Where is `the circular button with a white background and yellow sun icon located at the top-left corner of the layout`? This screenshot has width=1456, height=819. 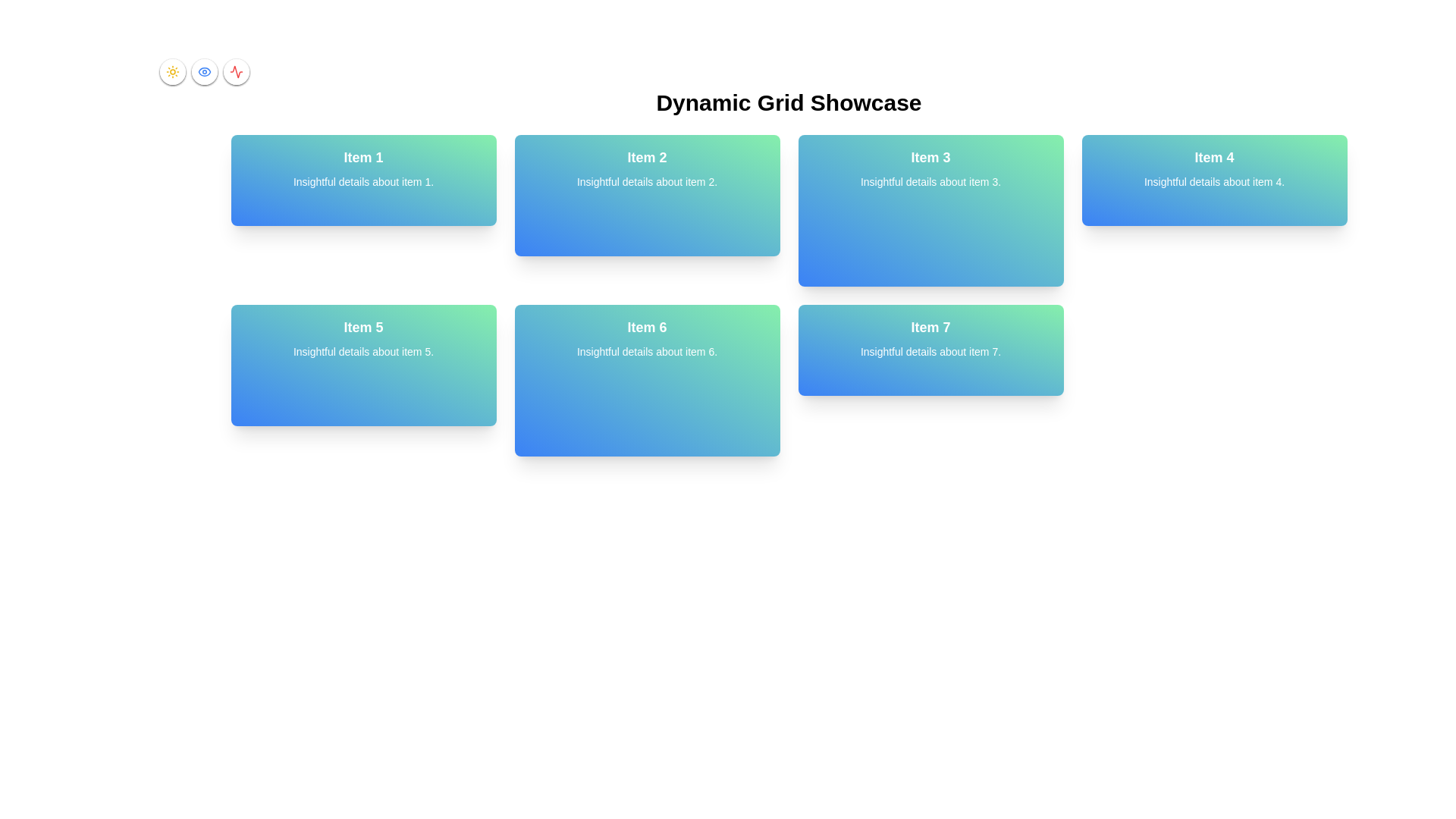 the circular button with a white background and yellow sun icon located at the top-left corner of the layout is located at coordinates (172, 72).